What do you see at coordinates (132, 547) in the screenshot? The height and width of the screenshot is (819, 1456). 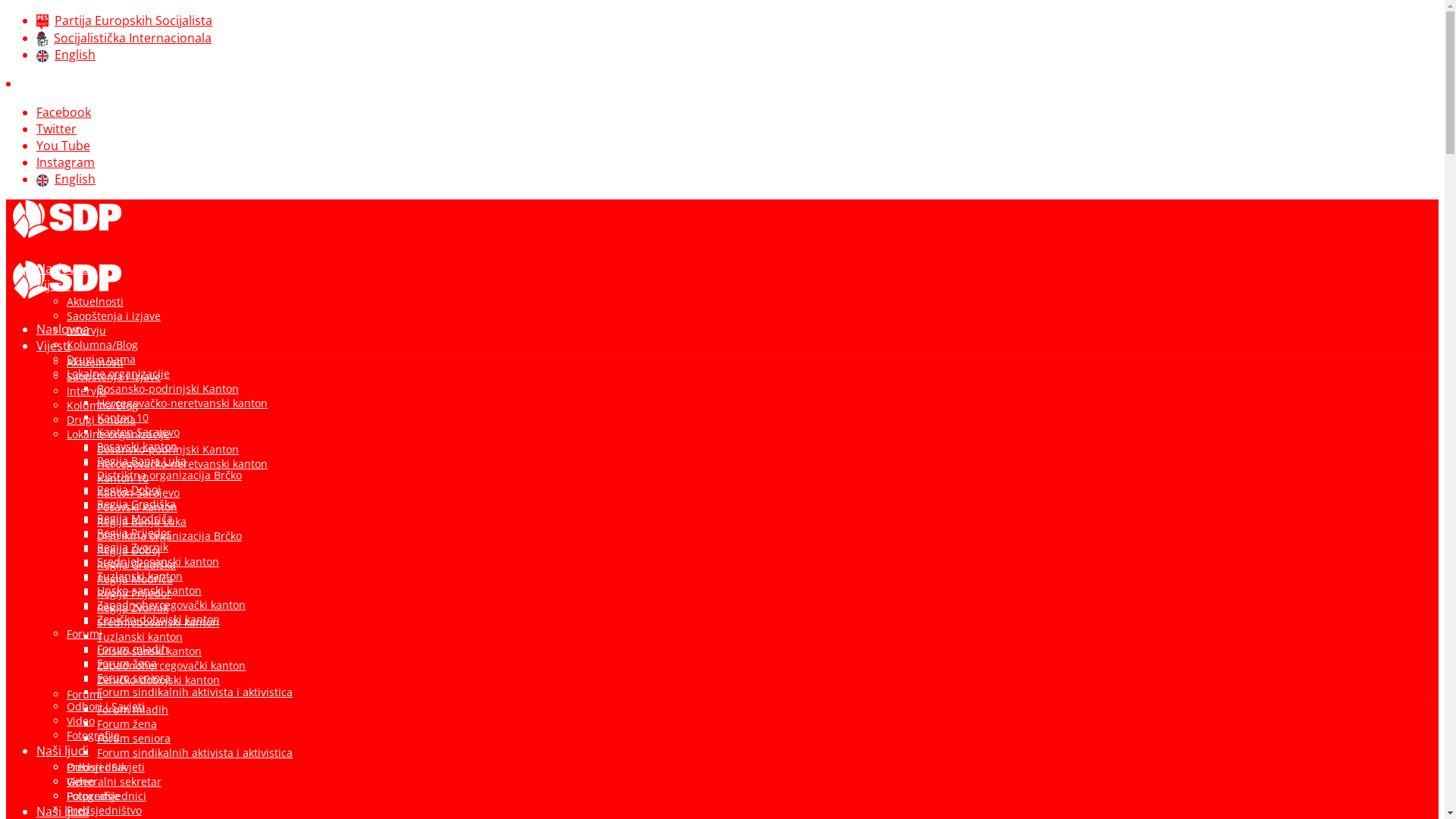 I see `'Regija Zvornik'` at bounding box center [132, 547].